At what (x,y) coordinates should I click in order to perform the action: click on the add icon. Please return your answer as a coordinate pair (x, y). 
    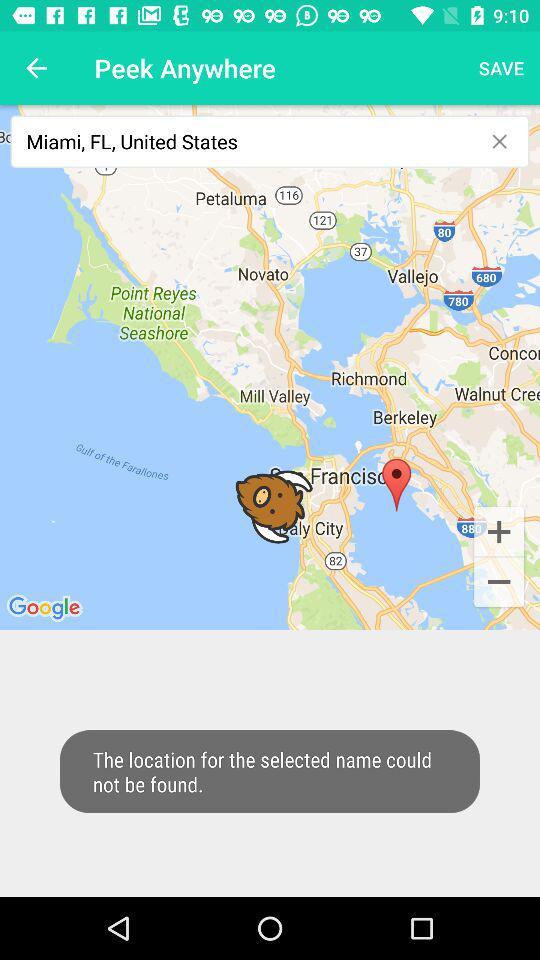
    Looking at the image, I should click on (498, 529).